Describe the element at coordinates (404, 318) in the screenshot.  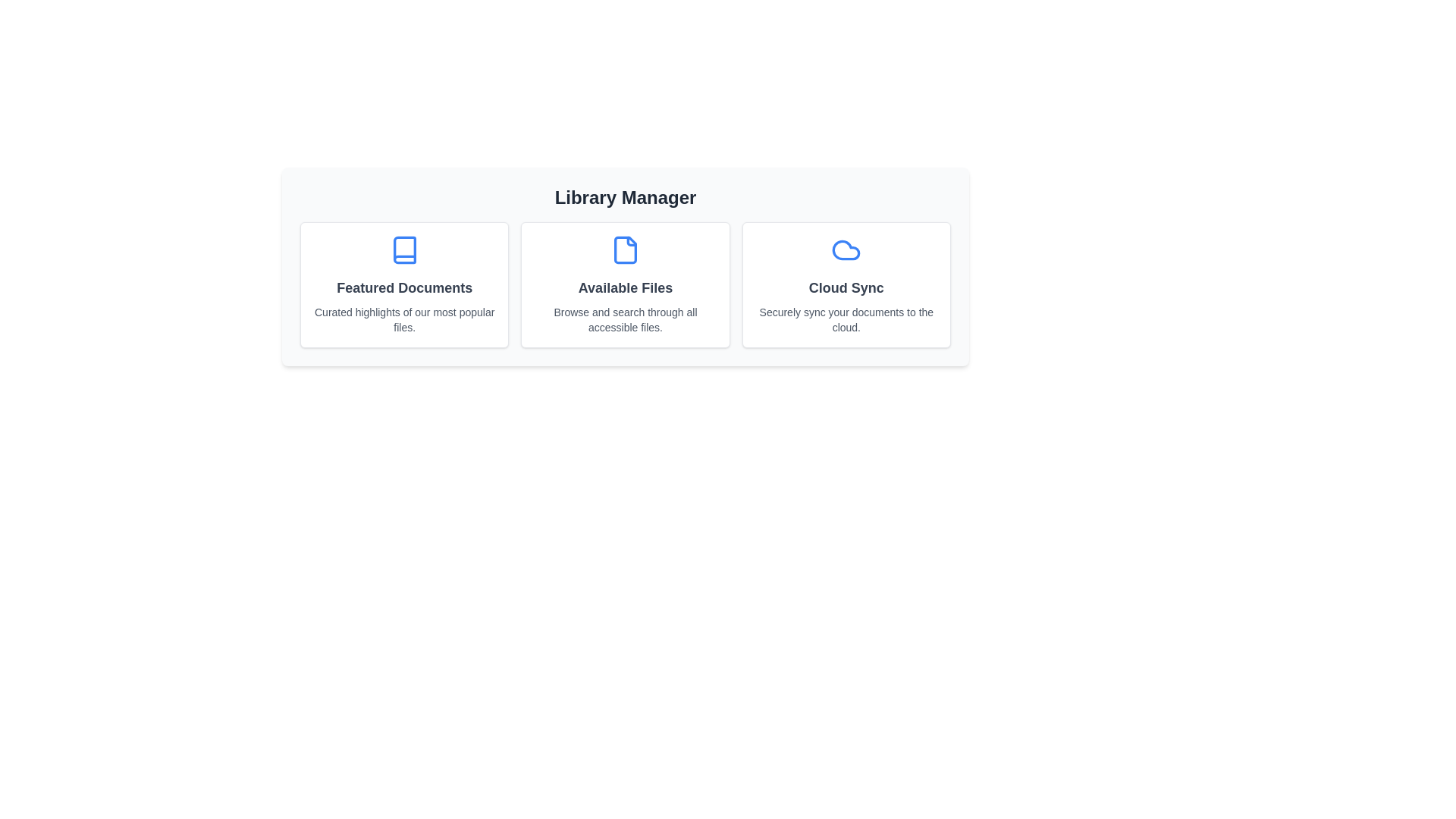
I see `the descriptive text of the section Featured Documents` at that location.